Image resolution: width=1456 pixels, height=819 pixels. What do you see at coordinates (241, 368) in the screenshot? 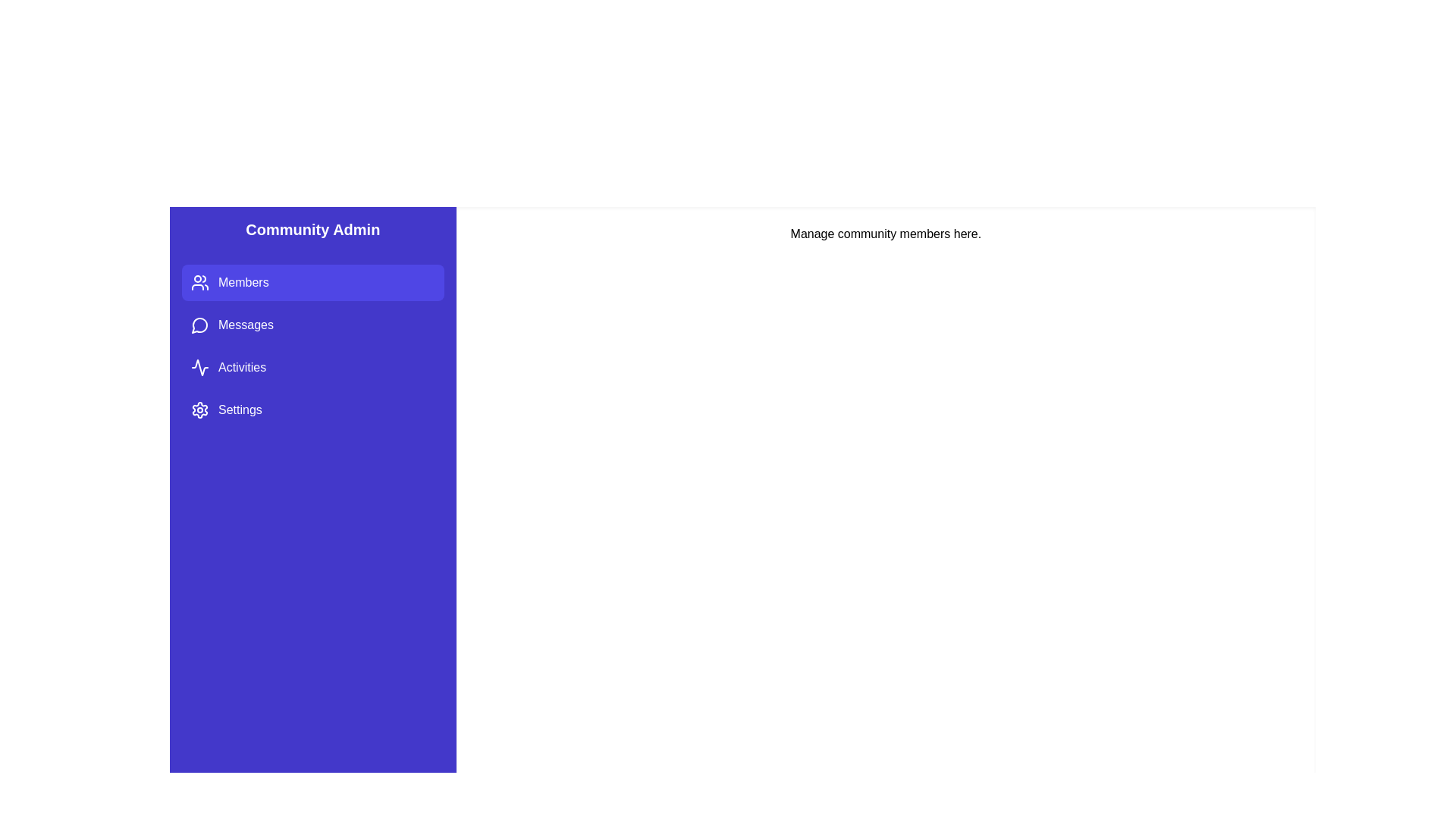
I see `the 'Activities' text label in the vertical navigation menu, located below 'Messages' and above 'Settings', to help users navigate to the corresponding area` at bounding box center [241, 368].